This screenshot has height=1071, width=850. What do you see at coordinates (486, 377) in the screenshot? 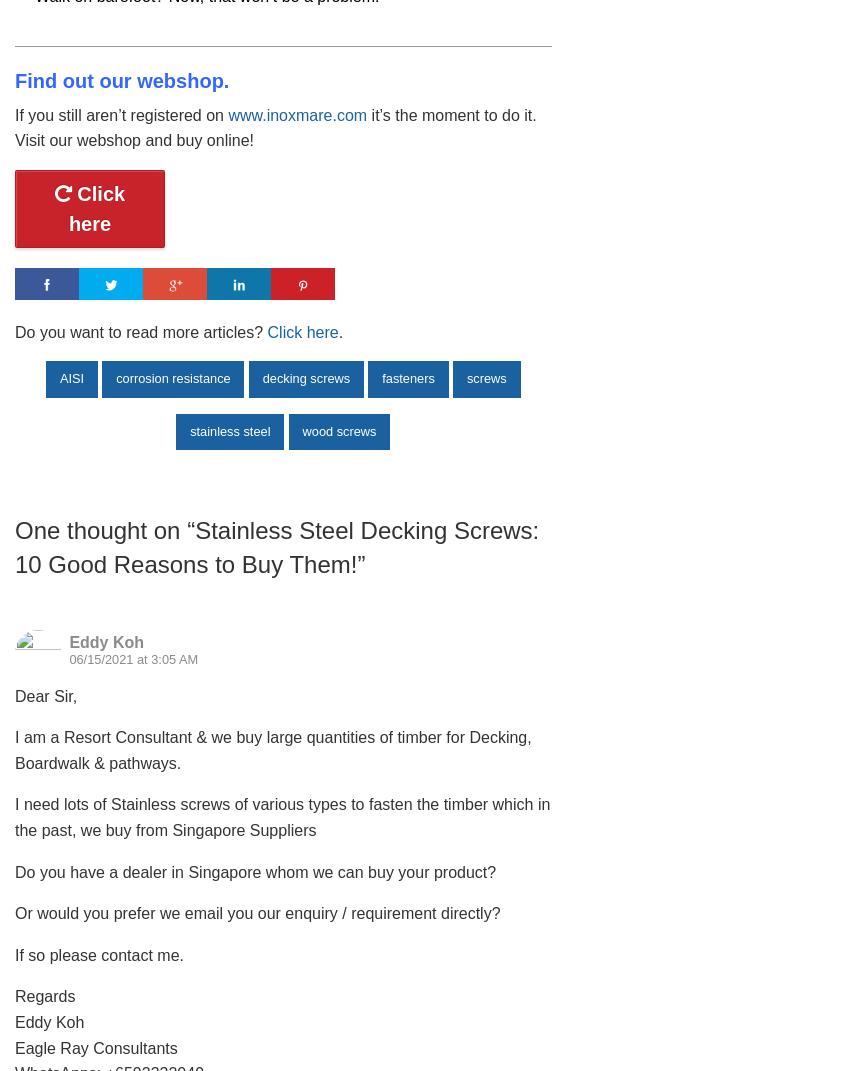
I see `'screws'` at bounding box center [486, 377].